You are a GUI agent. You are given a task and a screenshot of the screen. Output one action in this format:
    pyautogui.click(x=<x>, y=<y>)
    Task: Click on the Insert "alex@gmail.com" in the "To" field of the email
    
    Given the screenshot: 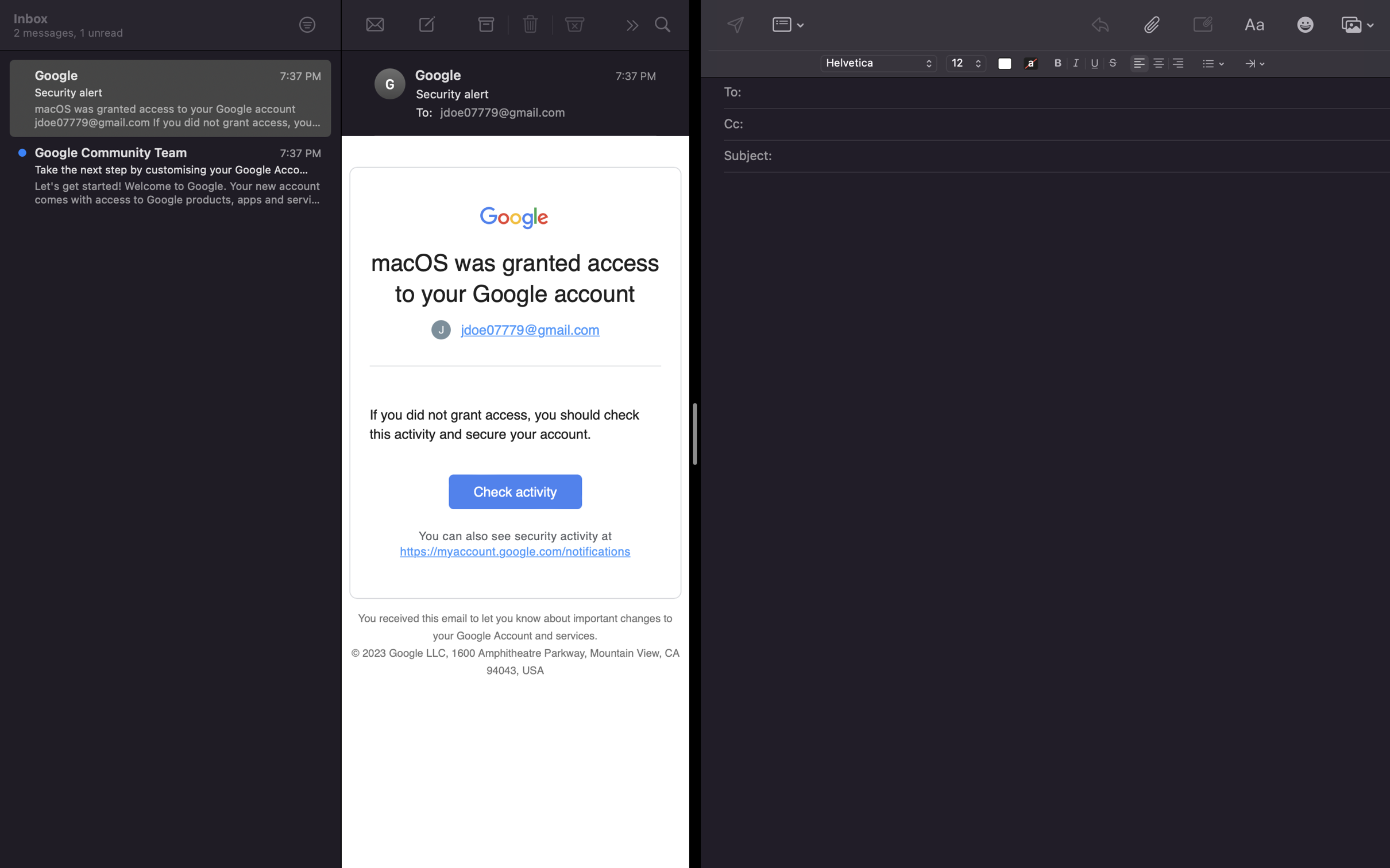 What is the action you would take?
    pyautogui.click(x=1065, y=93)
    